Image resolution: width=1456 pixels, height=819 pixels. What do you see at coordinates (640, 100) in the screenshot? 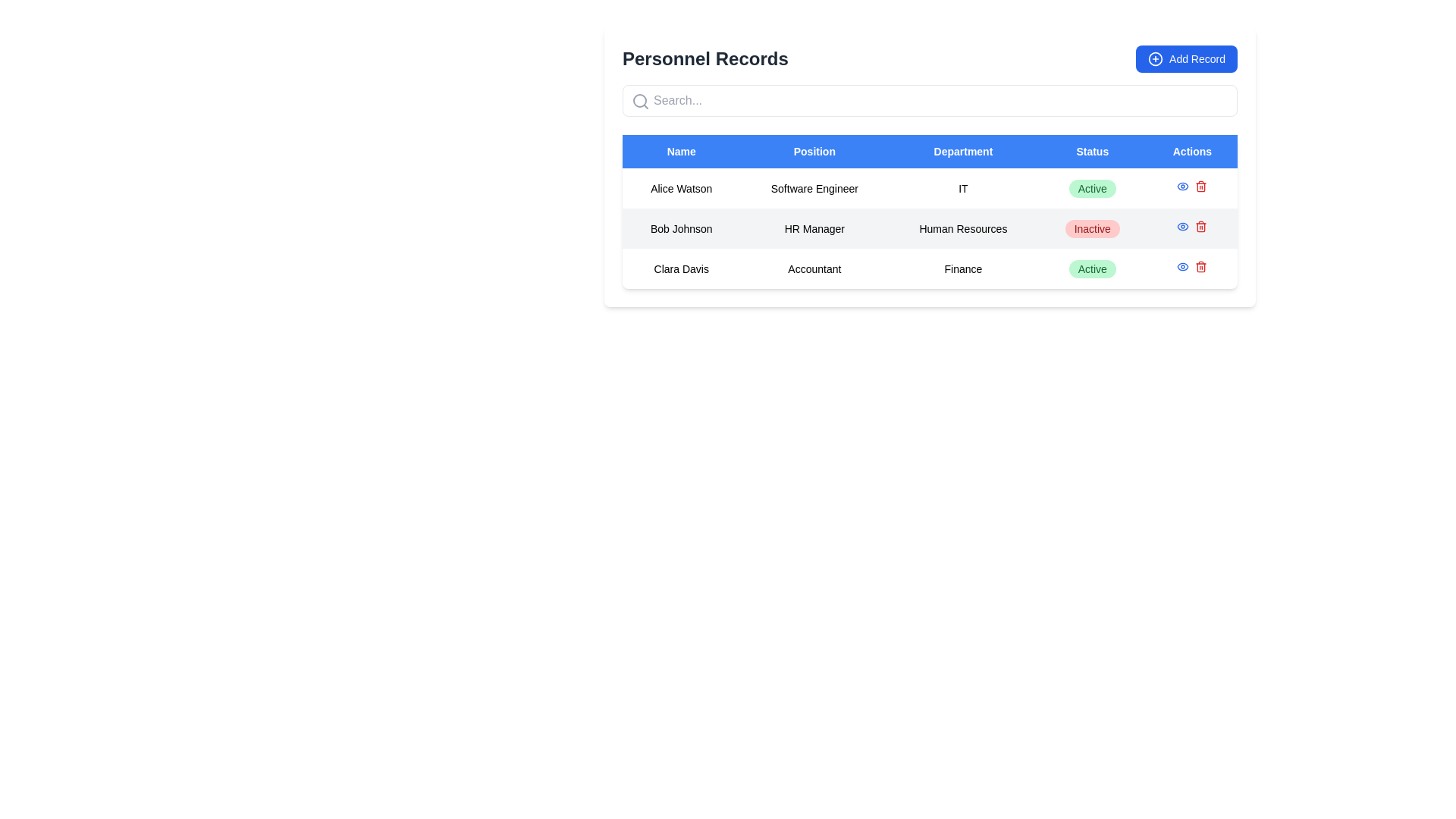
I see `the primary circle component of the magnifying glass icon located in the search bar in the top-left corner of the interface` at bounding box center [640, 100].